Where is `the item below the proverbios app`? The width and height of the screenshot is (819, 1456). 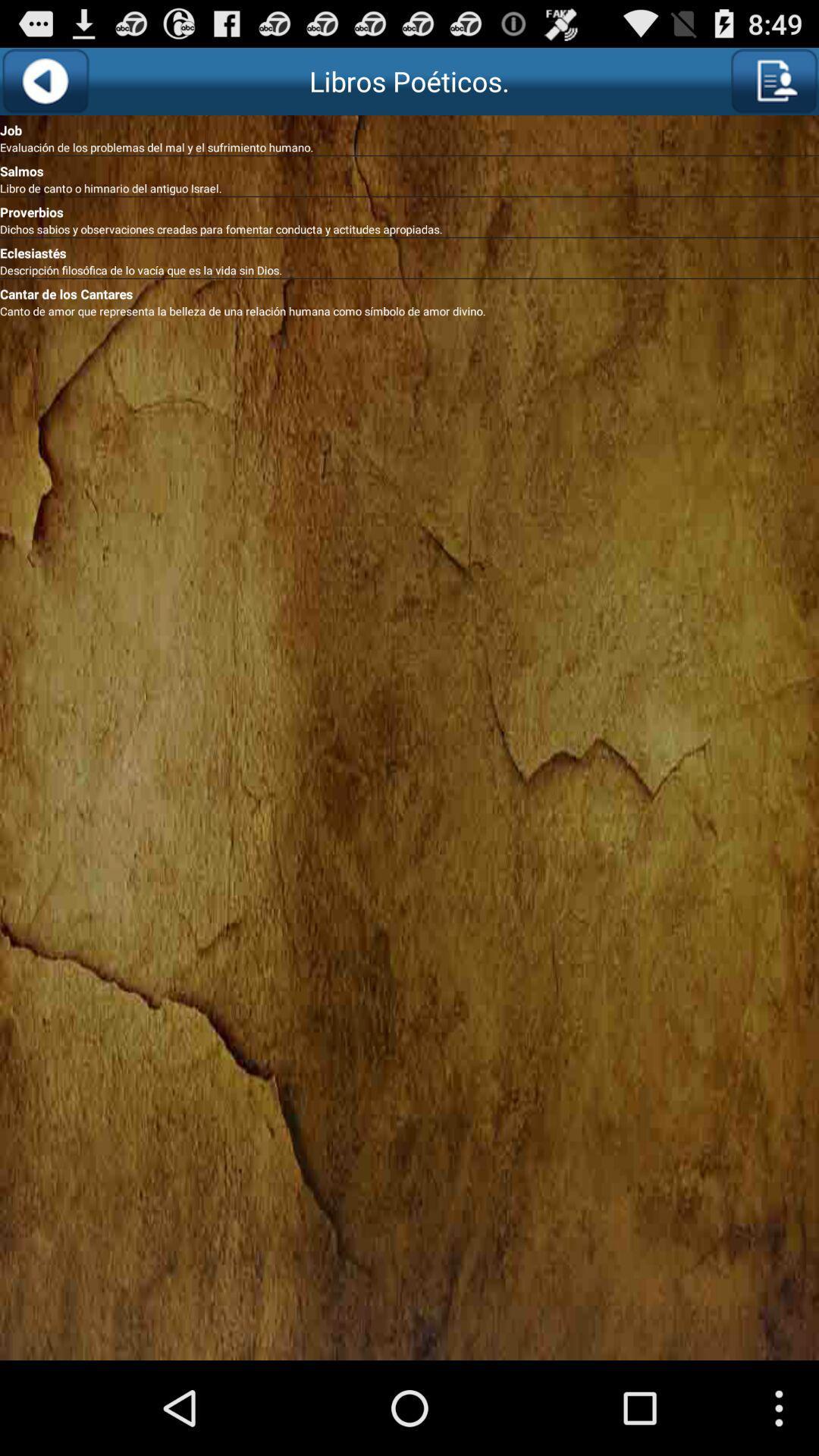
the item below the proverbios app is located at coordinates (409, 228).